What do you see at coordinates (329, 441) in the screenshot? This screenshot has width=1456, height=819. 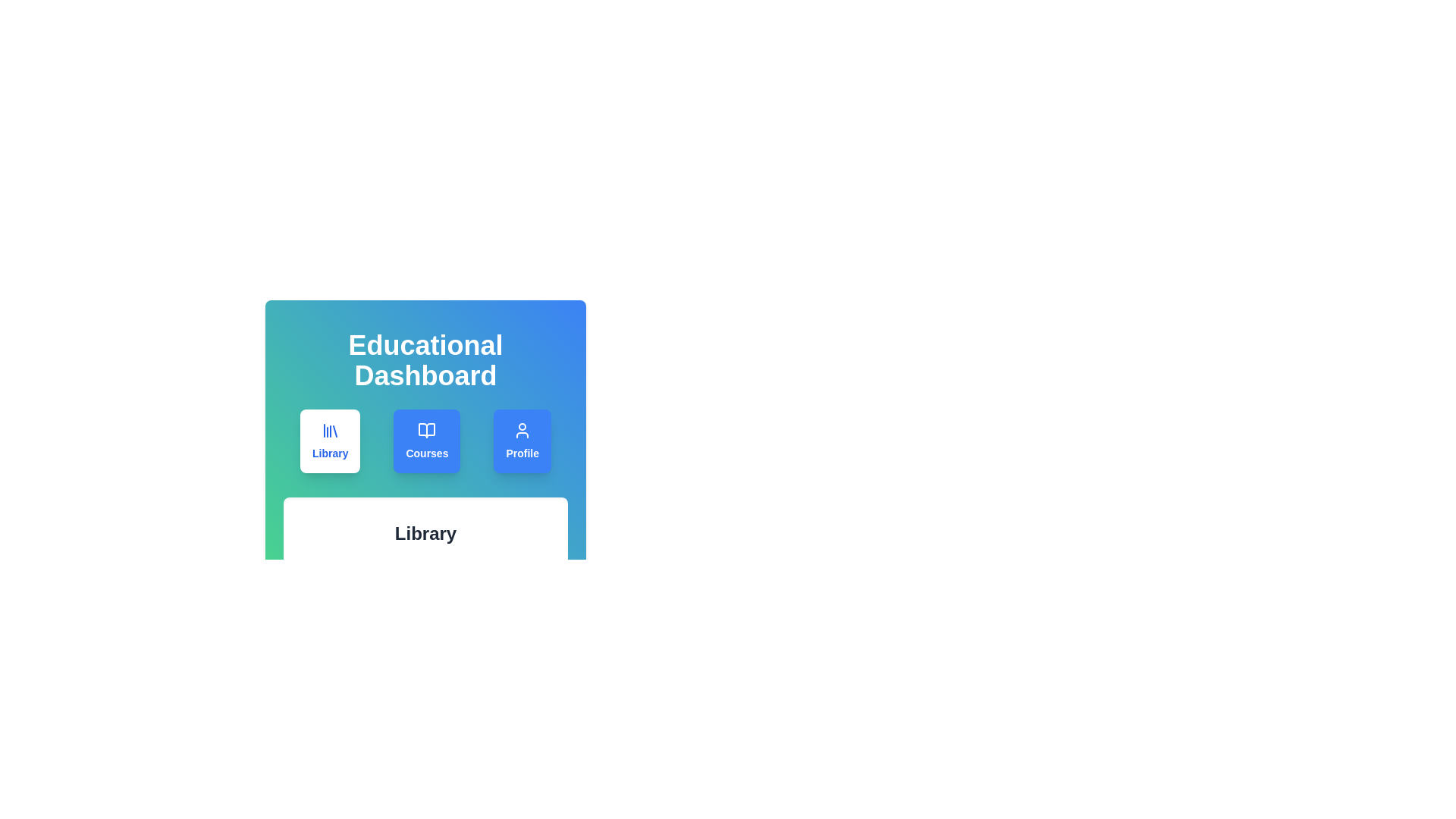 I see `the Library tab by clicking on its button` at bounding box center [329, 441].